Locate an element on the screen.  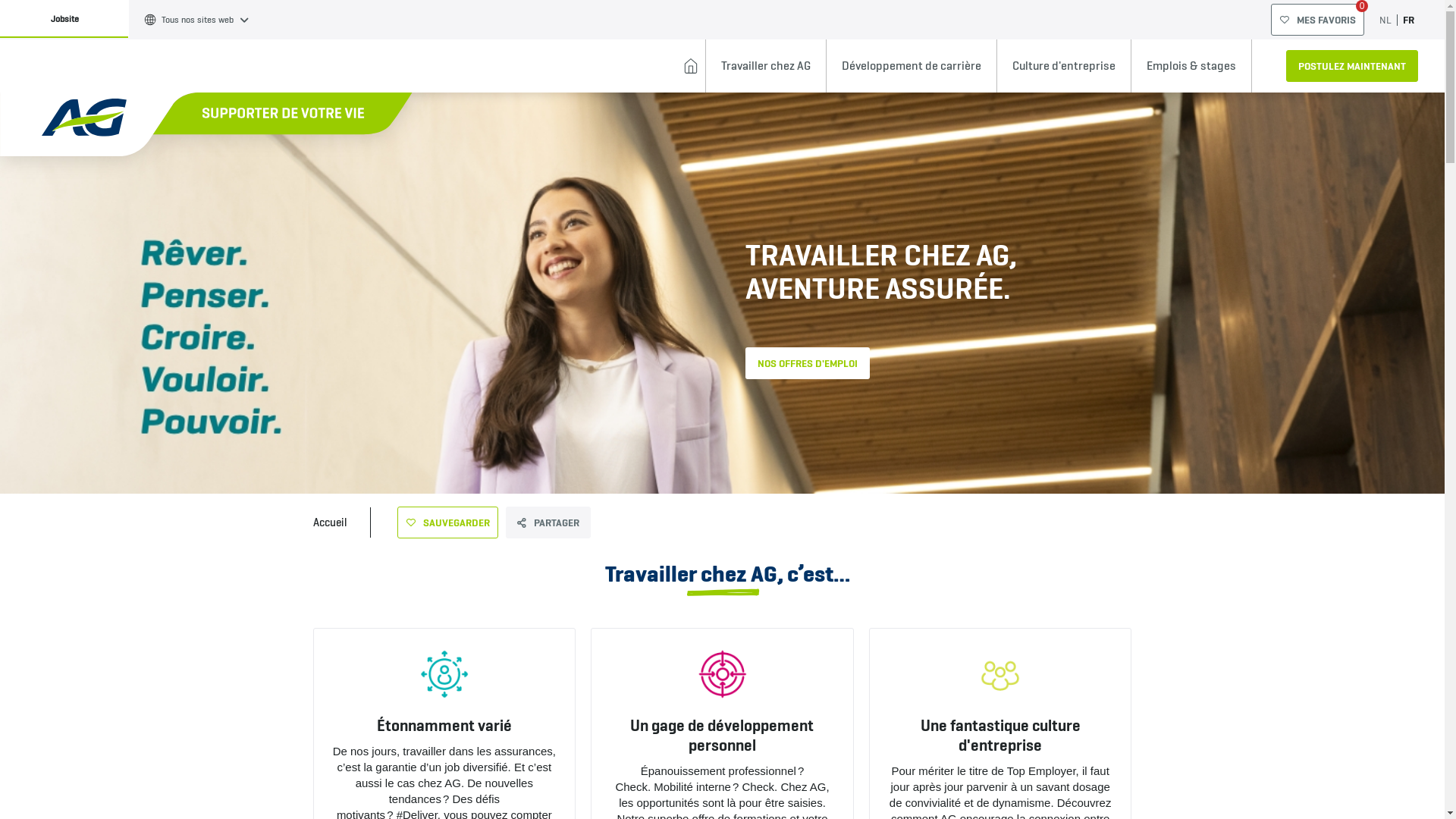
'PARTAGER' is located at coordinates (546, 522).